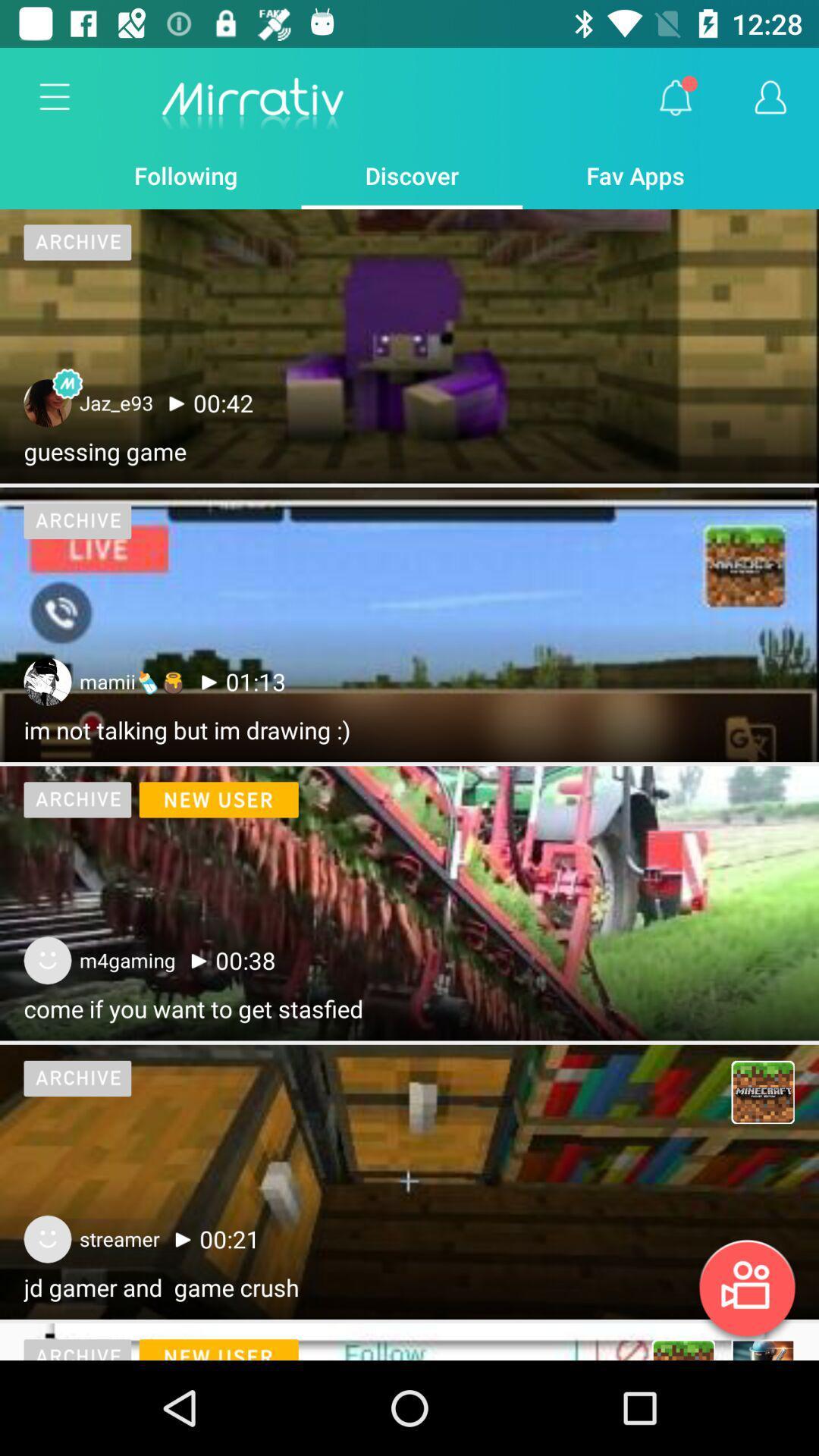 The image size is (819, 1456). What do you see at coordinates (55, 97) in the screenshot?
I see `the item next to the following item` at bounding box center [55, 97].